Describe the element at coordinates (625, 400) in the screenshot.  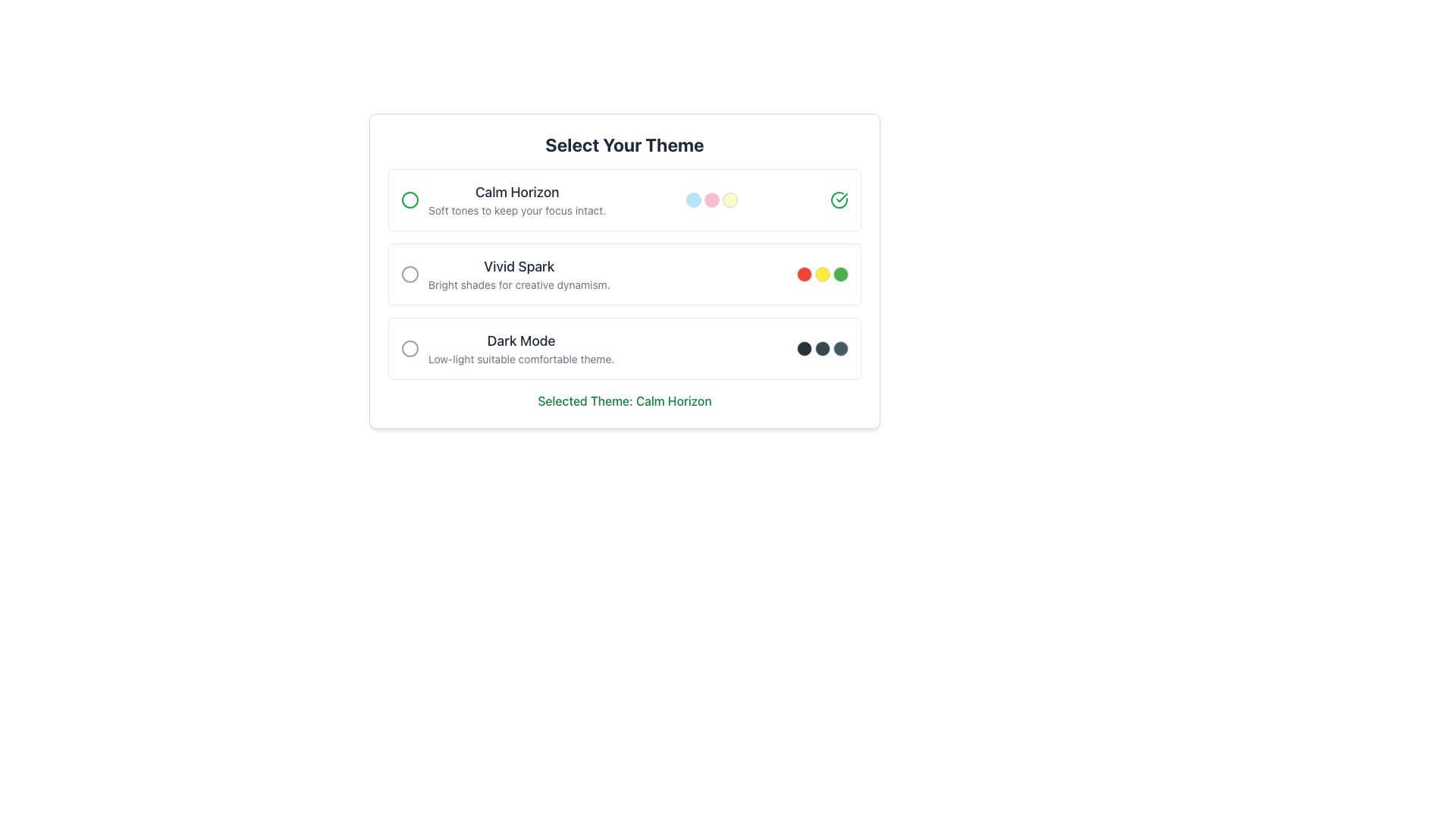
I see `static text label that displays the currently selected theme, located at the bottom of the 'Select Your Theme' card` at that location.